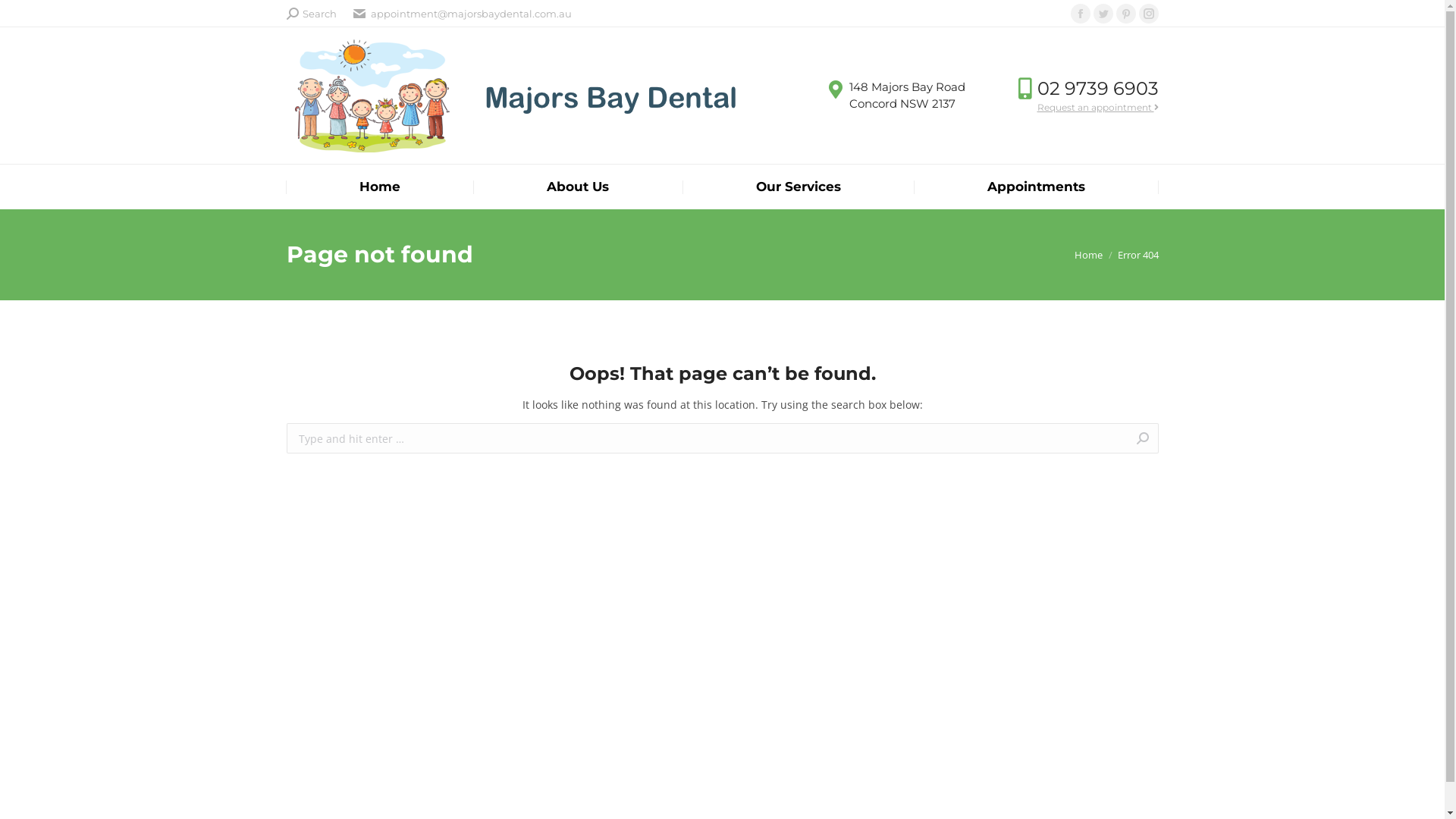 The width and height of the screenshot is (1456, 819). Describe the element at coordinates (25, 17) in the screenshot. I see `'Go!'` at that location.